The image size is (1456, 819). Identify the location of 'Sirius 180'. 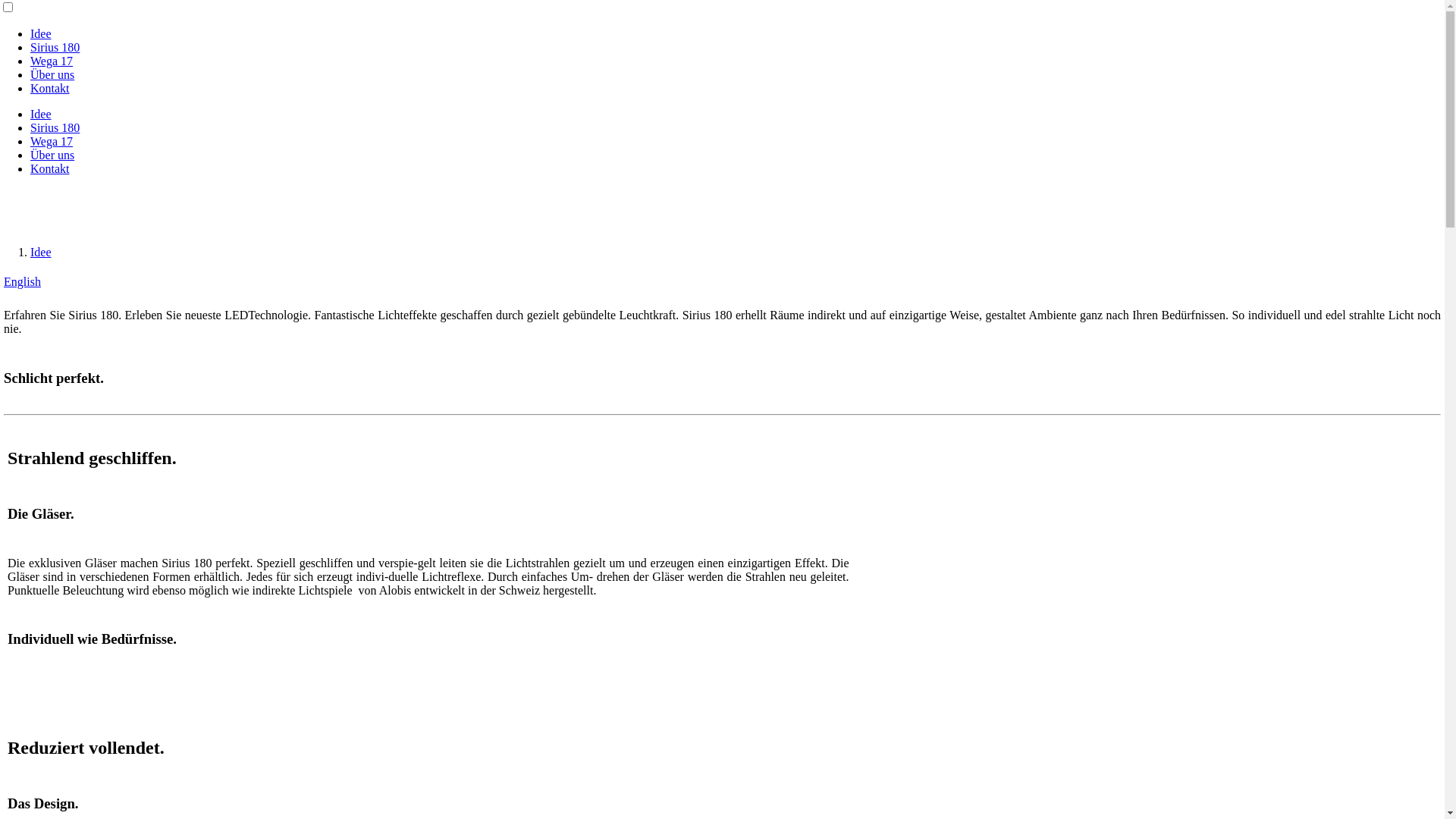
(55, 127).